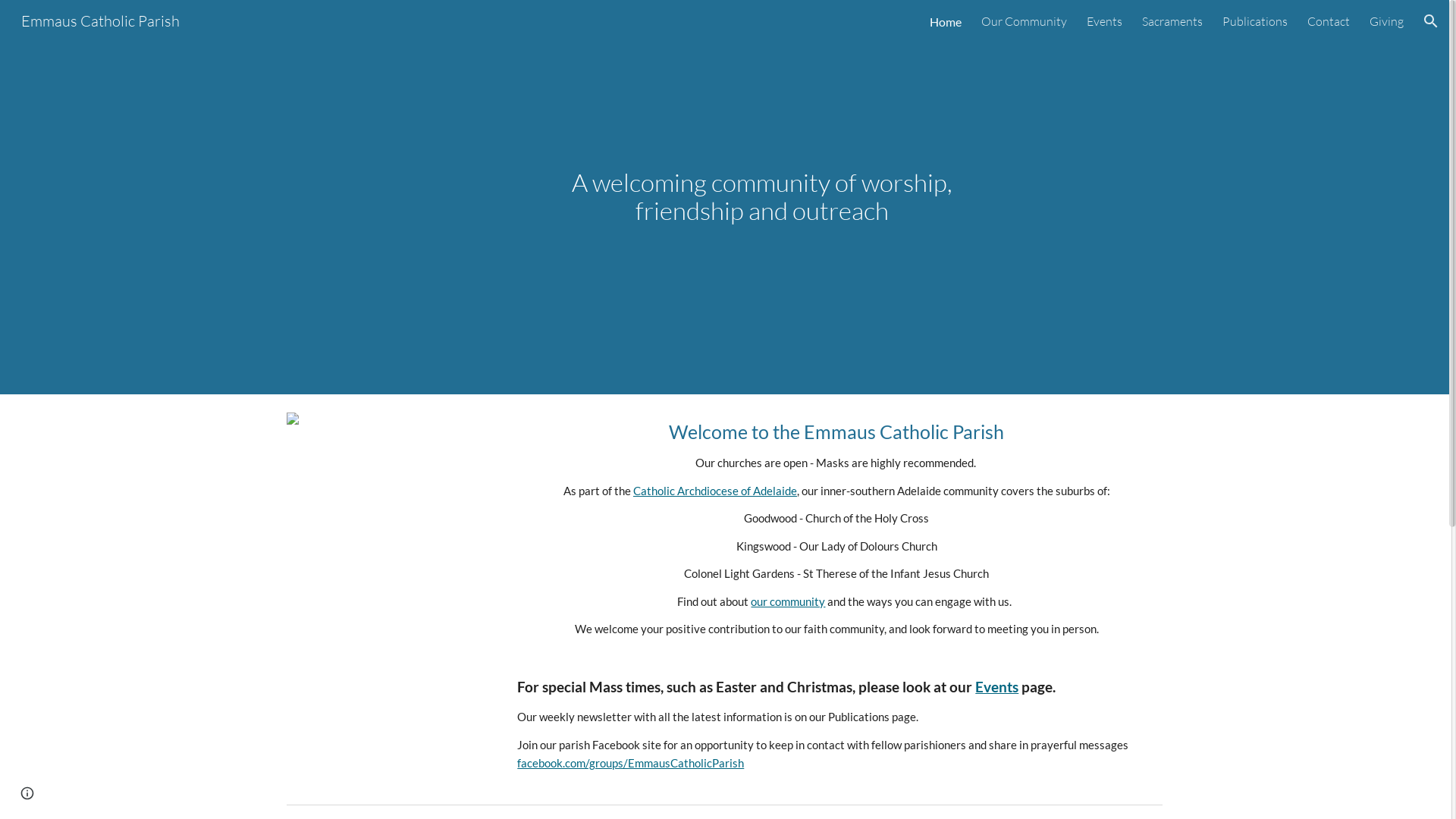 Image resolution: width=1456 pixels, height=819 pixels. What do you see at coordinates (1306, 20) in the screenshot?
I see `'Contact'` at bounding box center [1306, 20].